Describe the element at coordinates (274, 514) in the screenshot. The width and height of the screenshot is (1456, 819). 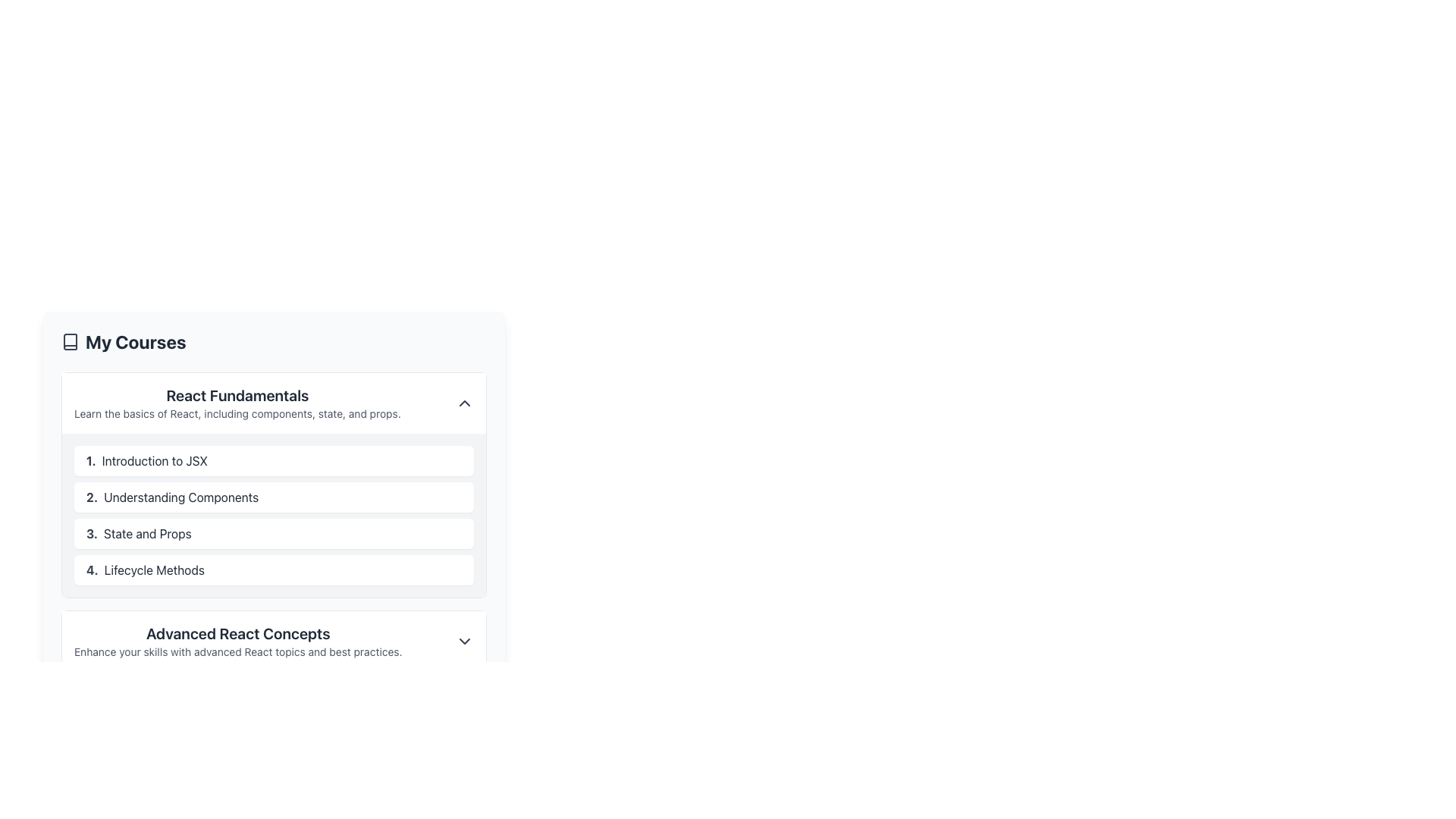
I see `listed topics in the navigational list element within the 'React Fundamentals' section, which presents a structured outline of topics to the user` at that location.